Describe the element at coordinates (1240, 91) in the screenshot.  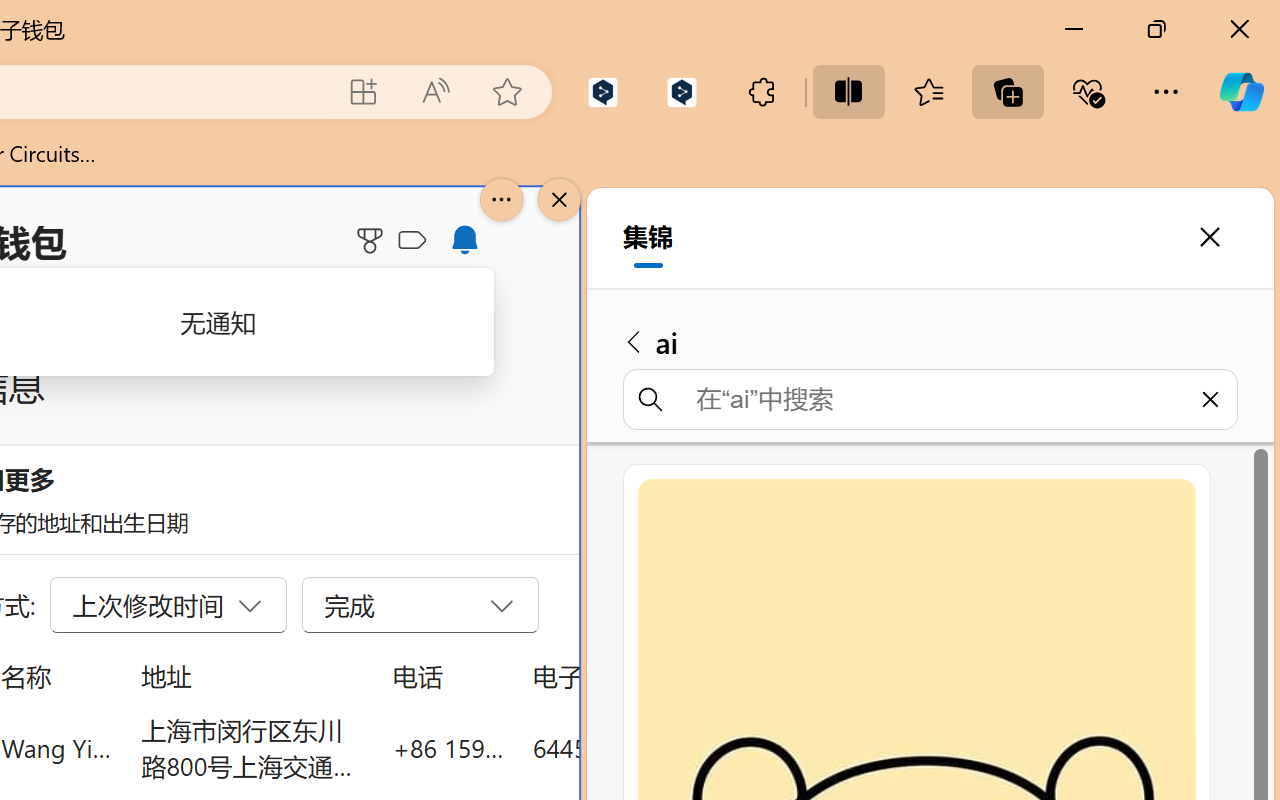
I see `'Copilot (Ctrl+Shift+.)'` at that location.